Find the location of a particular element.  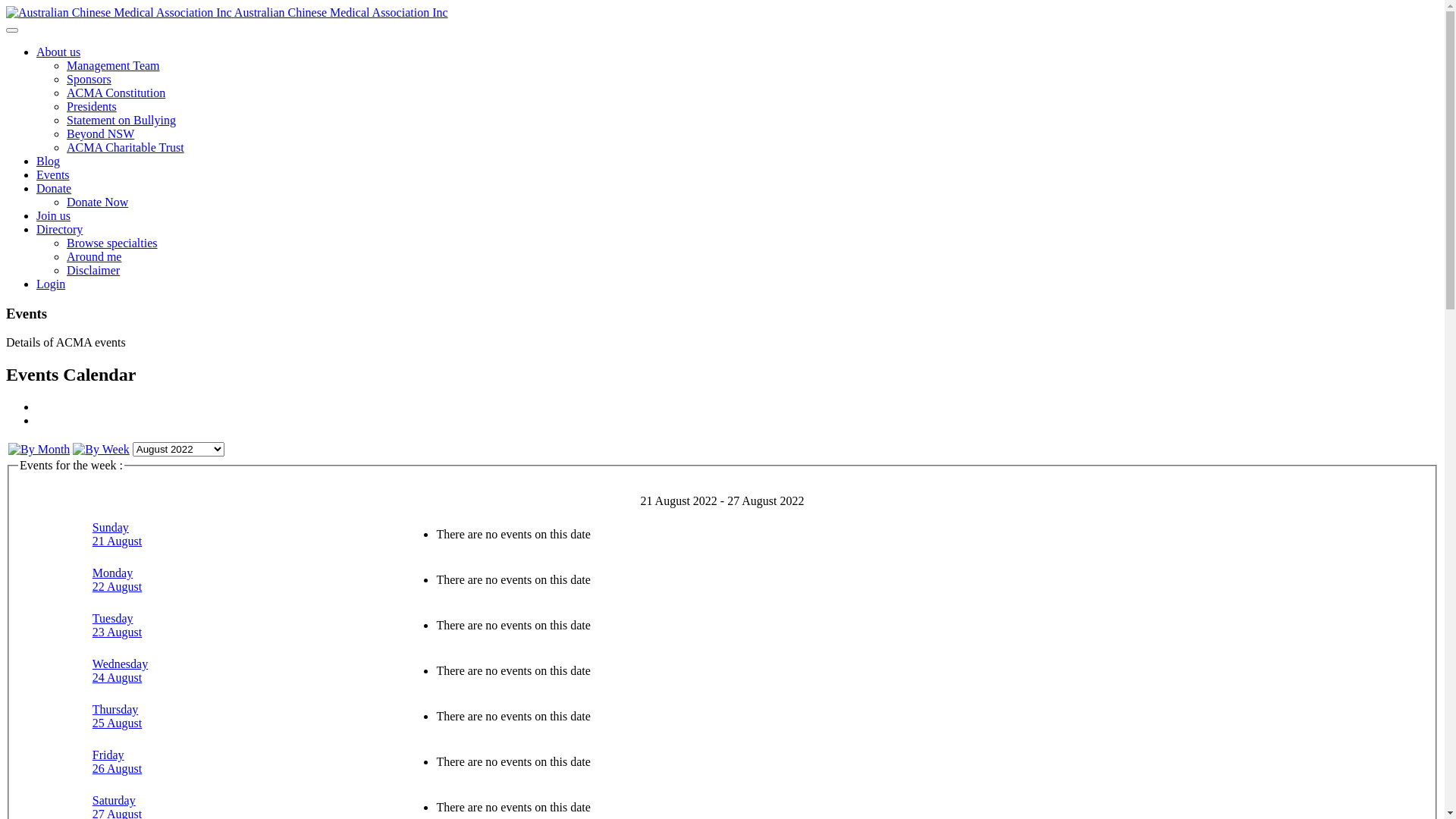

'Browse specialties' is located at coordinates (111, 242).